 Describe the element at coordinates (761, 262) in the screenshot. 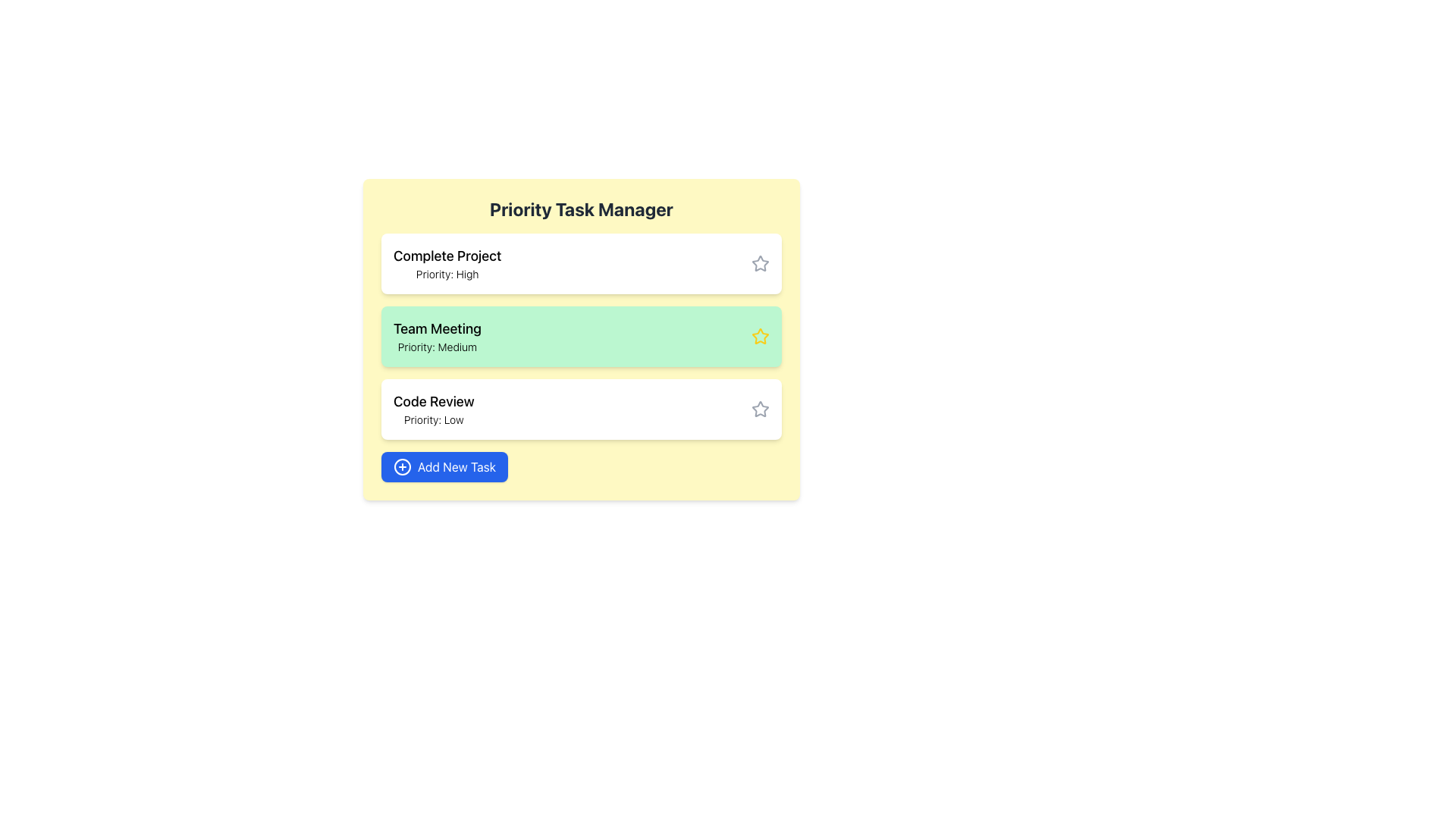

I see `the second star icon from the top` at that location.